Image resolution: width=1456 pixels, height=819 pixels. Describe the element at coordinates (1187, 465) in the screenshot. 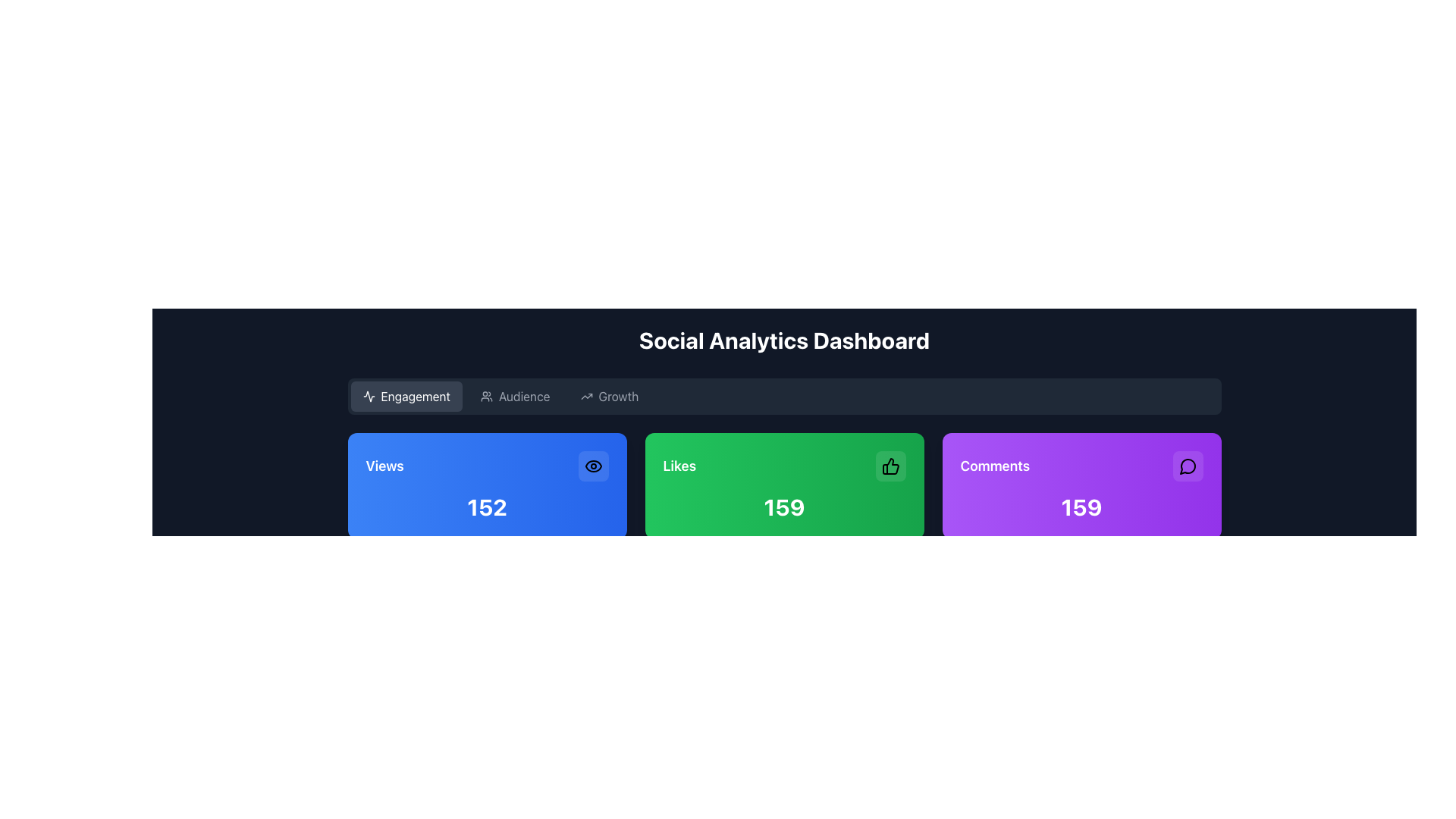

I see `the circular icon resembling a speech bubble located in the upper-right corner of the purple card labeled 'Comments'` at that location.